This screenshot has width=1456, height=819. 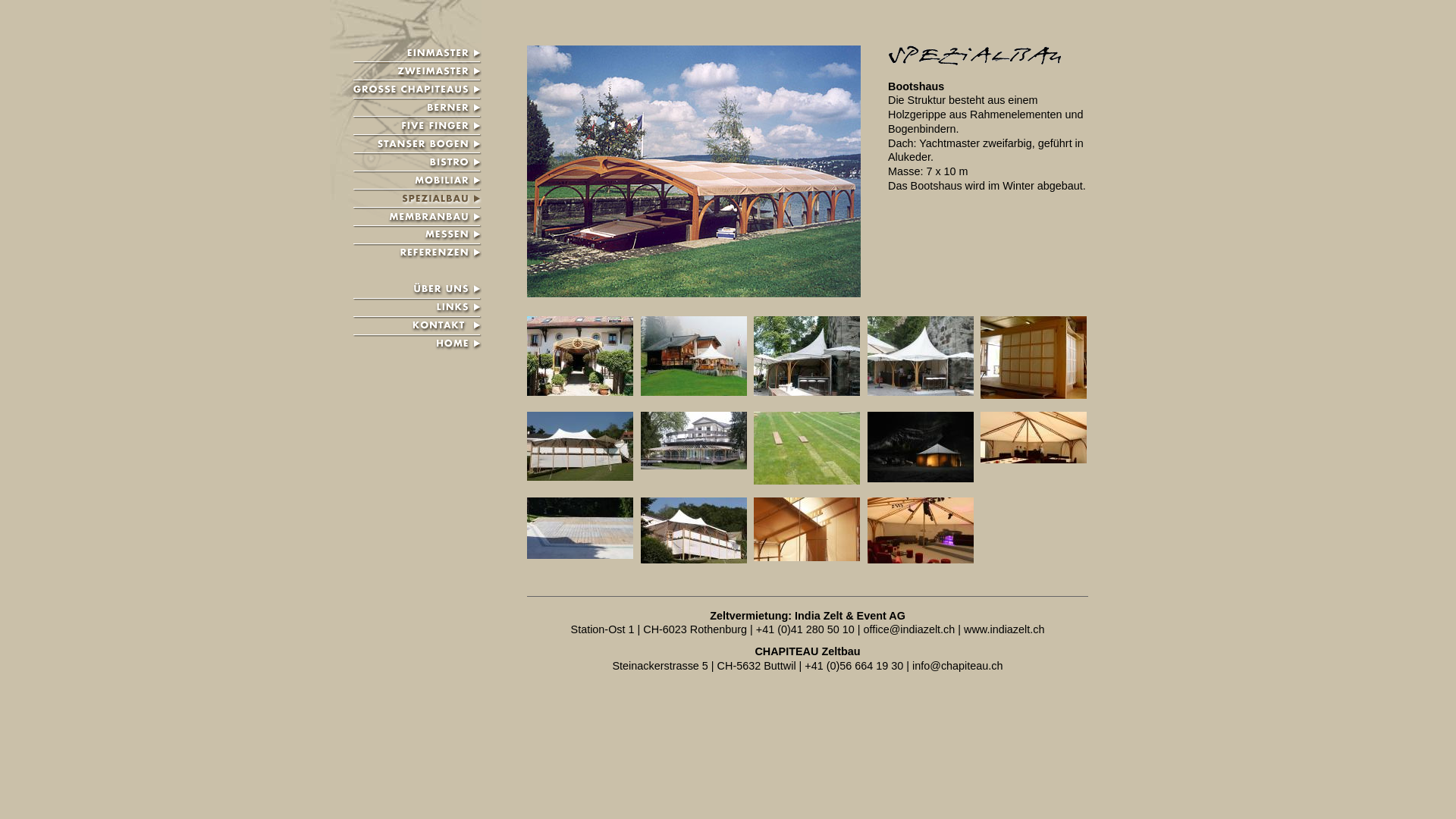 What do you see at coordinates (1004, 629) in the screenshot?
I see `'www.indiazelt.ch'` at bounding box center [1004, 629].